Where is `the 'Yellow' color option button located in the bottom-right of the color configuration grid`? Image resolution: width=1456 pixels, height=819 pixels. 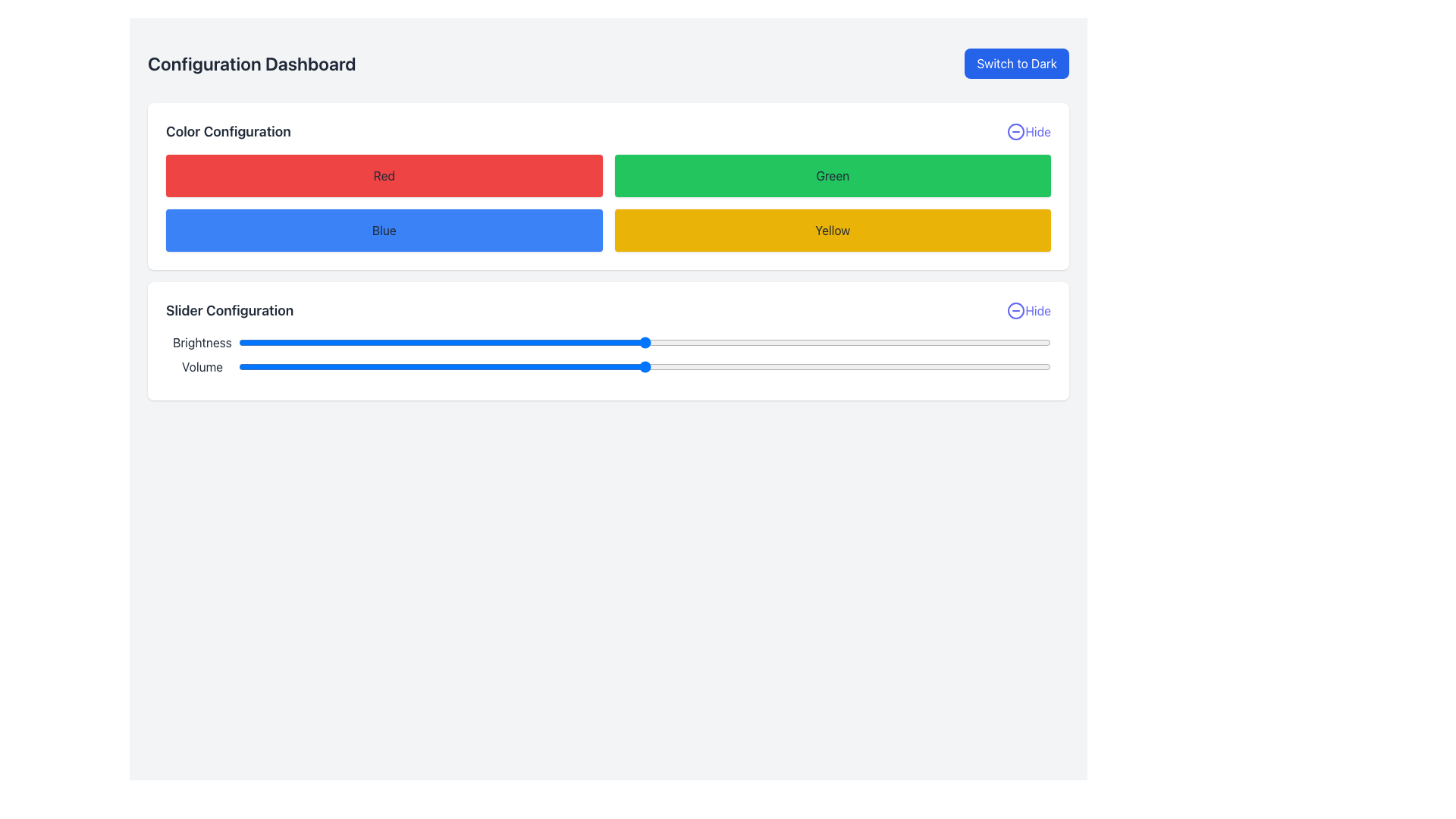 the 'Yellow' color option button located in the bottom-right of the color configuration grid is located at coordinates (832, 231).